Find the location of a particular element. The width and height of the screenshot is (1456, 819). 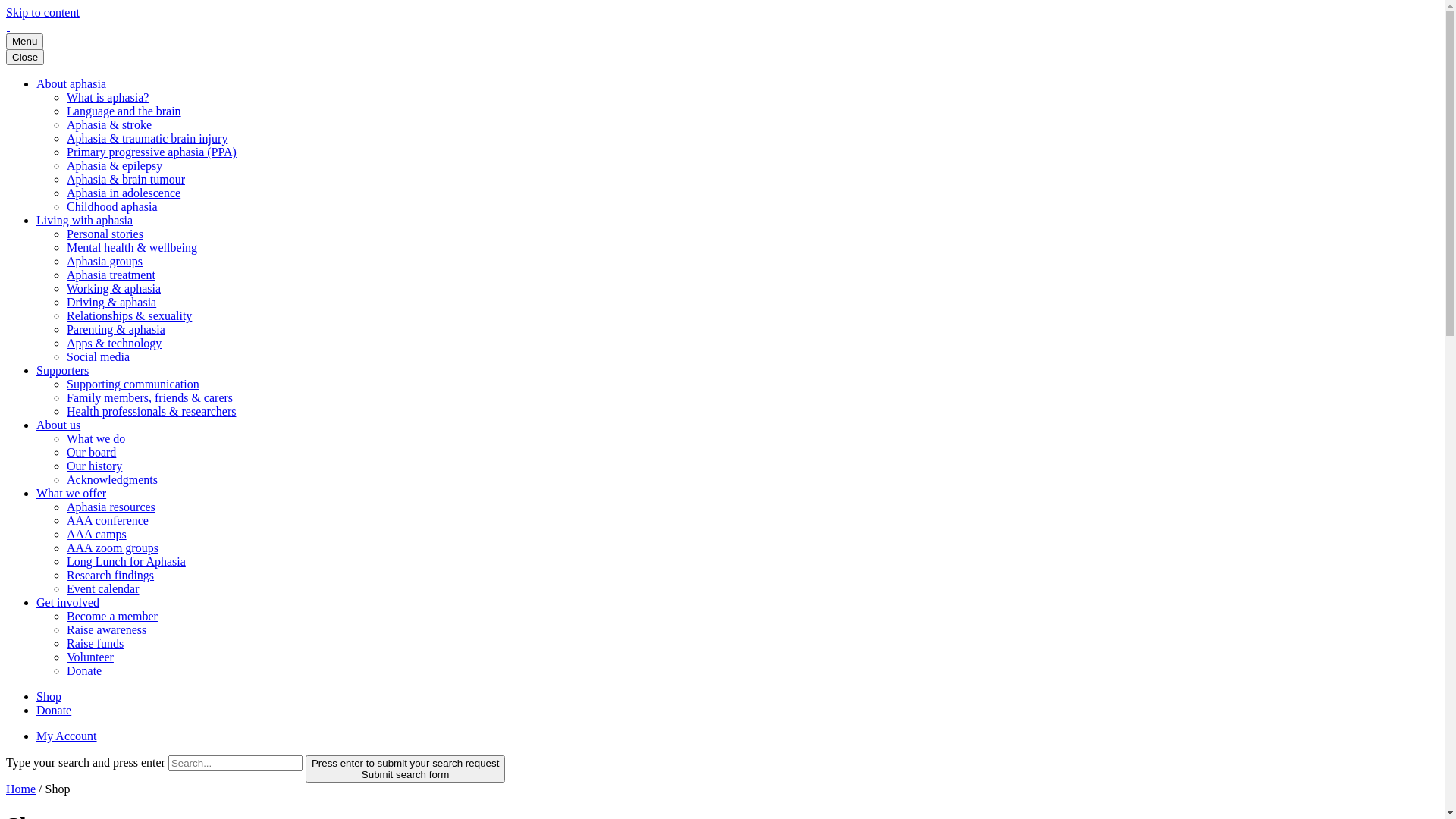

'Donate' is located at coordinates (83, 670).